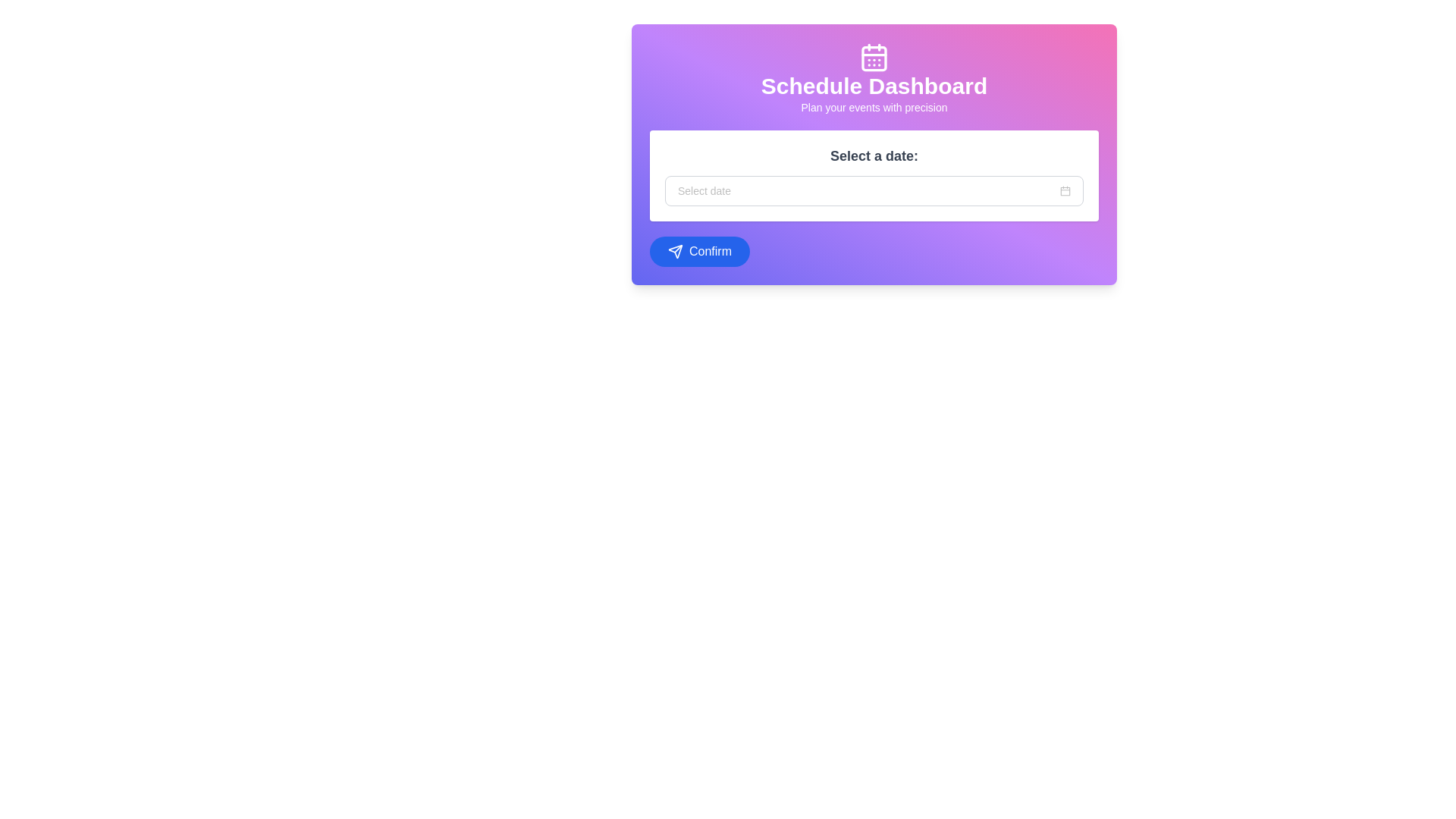 The height and width of the screenshot is (819, 1456). Describe the element at coordinates (874, 57) in the screenshot. I see `the calendar icon with a purple background and white outlines, located at the top center of the panel above the 'Schedule Dashboard' heading` at that location.